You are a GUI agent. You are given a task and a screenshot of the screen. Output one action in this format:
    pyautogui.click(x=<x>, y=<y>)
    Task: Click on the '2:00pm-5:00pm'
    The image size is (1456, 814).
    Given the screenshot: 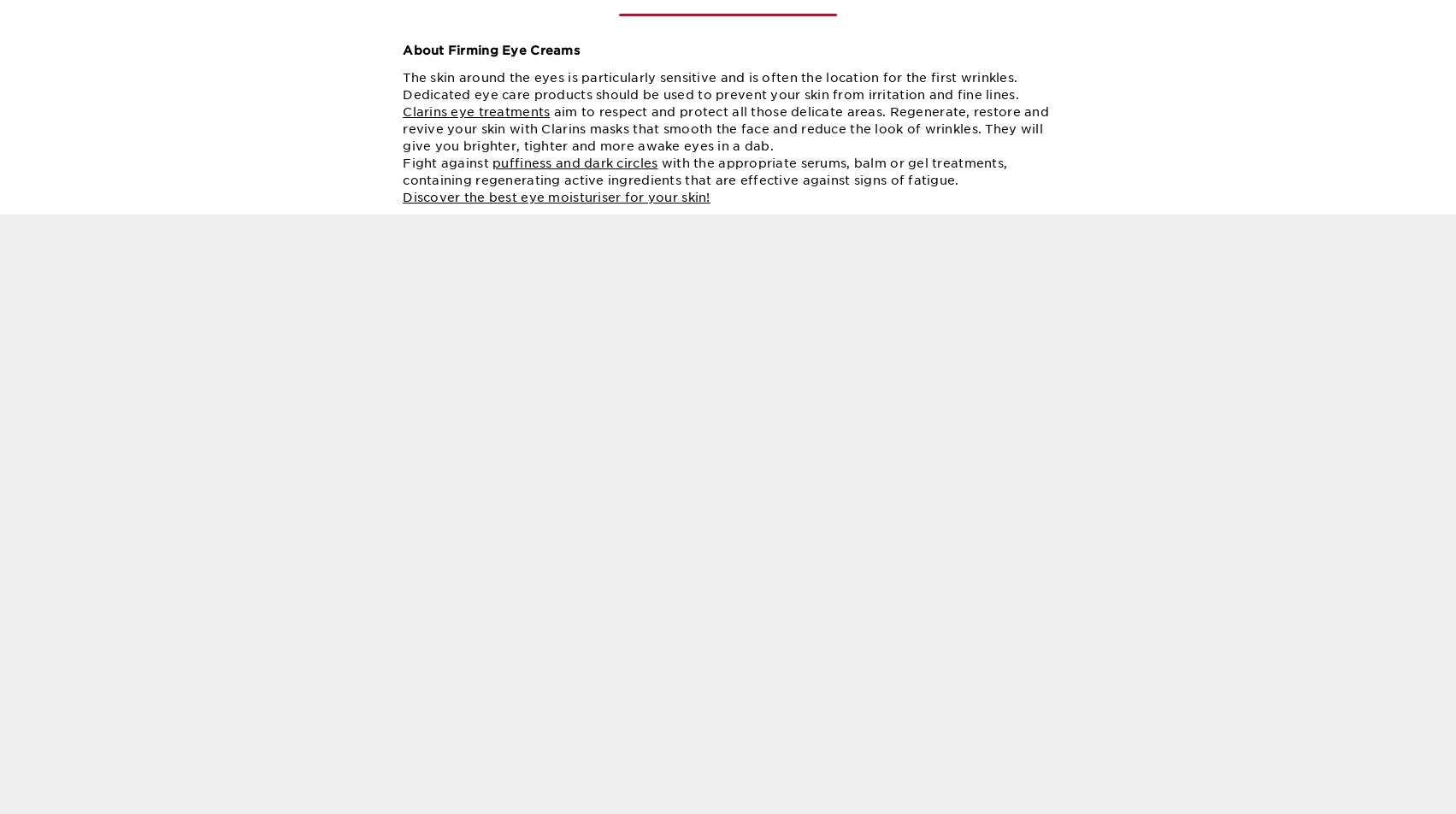 What is the action you would take?
    pyautogui.click(x=977, y=398)
    